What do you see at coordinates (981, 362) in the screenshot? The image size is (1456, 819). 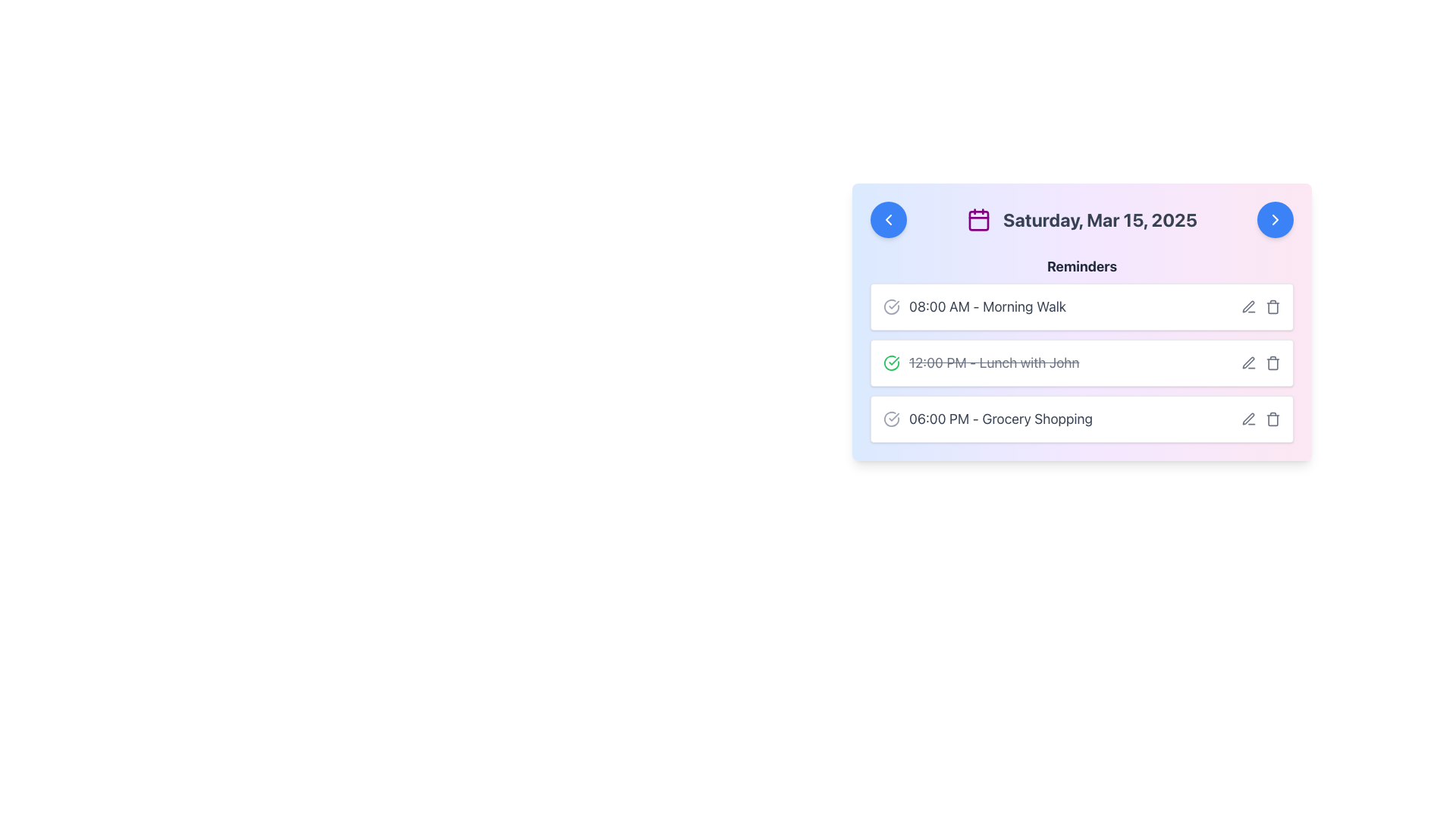 I see `the text label that displays '12:00 PM - Lunch with John' indicating a completed task with a strikethrough style` at bounding box center [981, 362].